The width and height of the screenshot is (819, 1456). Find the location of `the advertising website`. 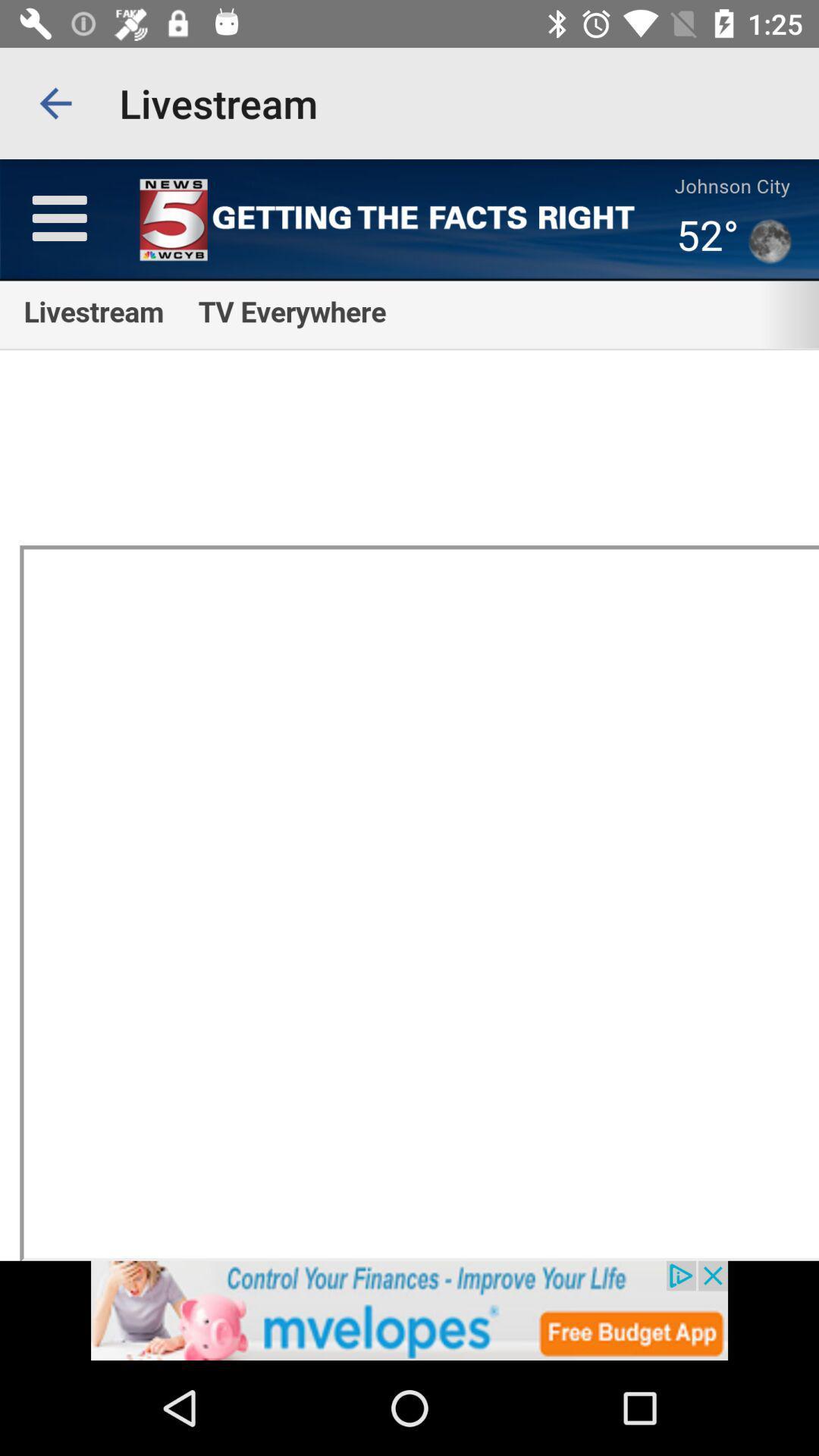

the advertising website is located at coordinates (409, 1310).